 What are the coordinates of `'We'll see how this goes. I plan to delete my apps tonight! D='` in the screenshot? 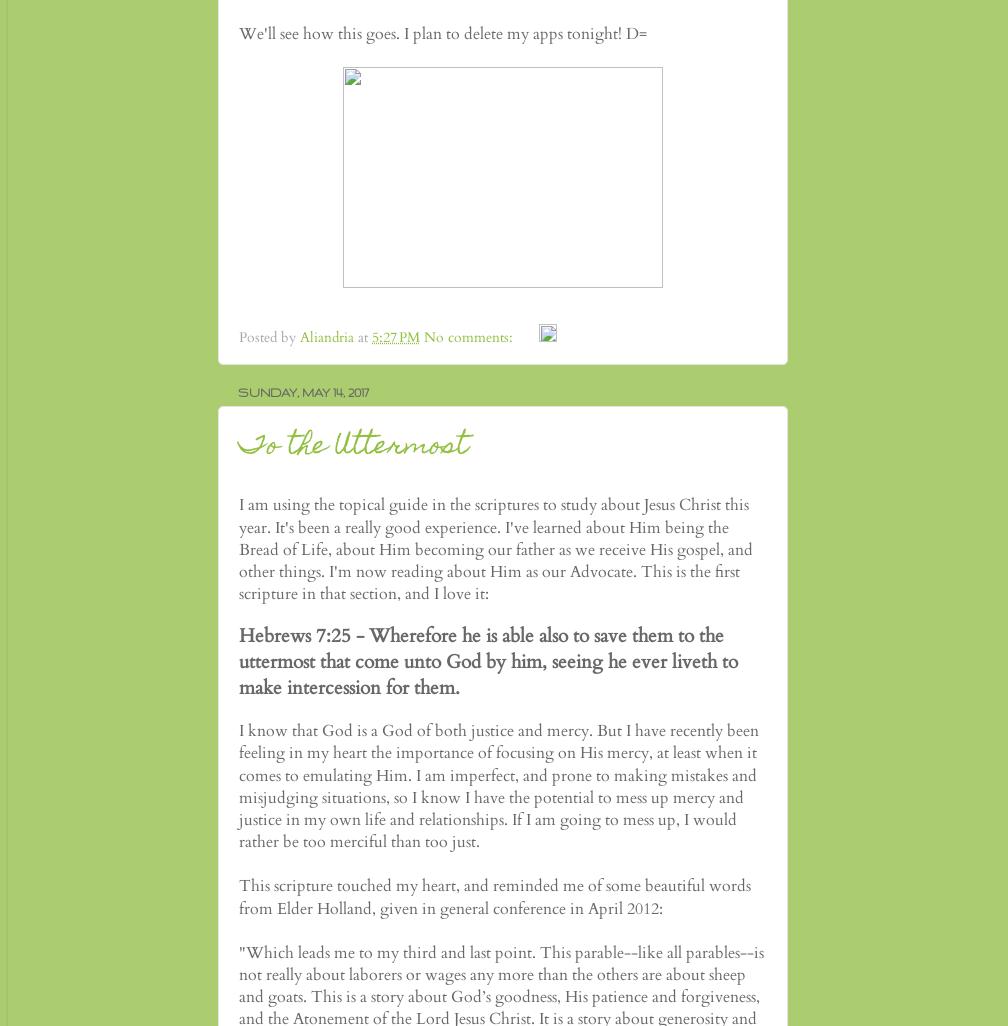 It's located at (238, 33).